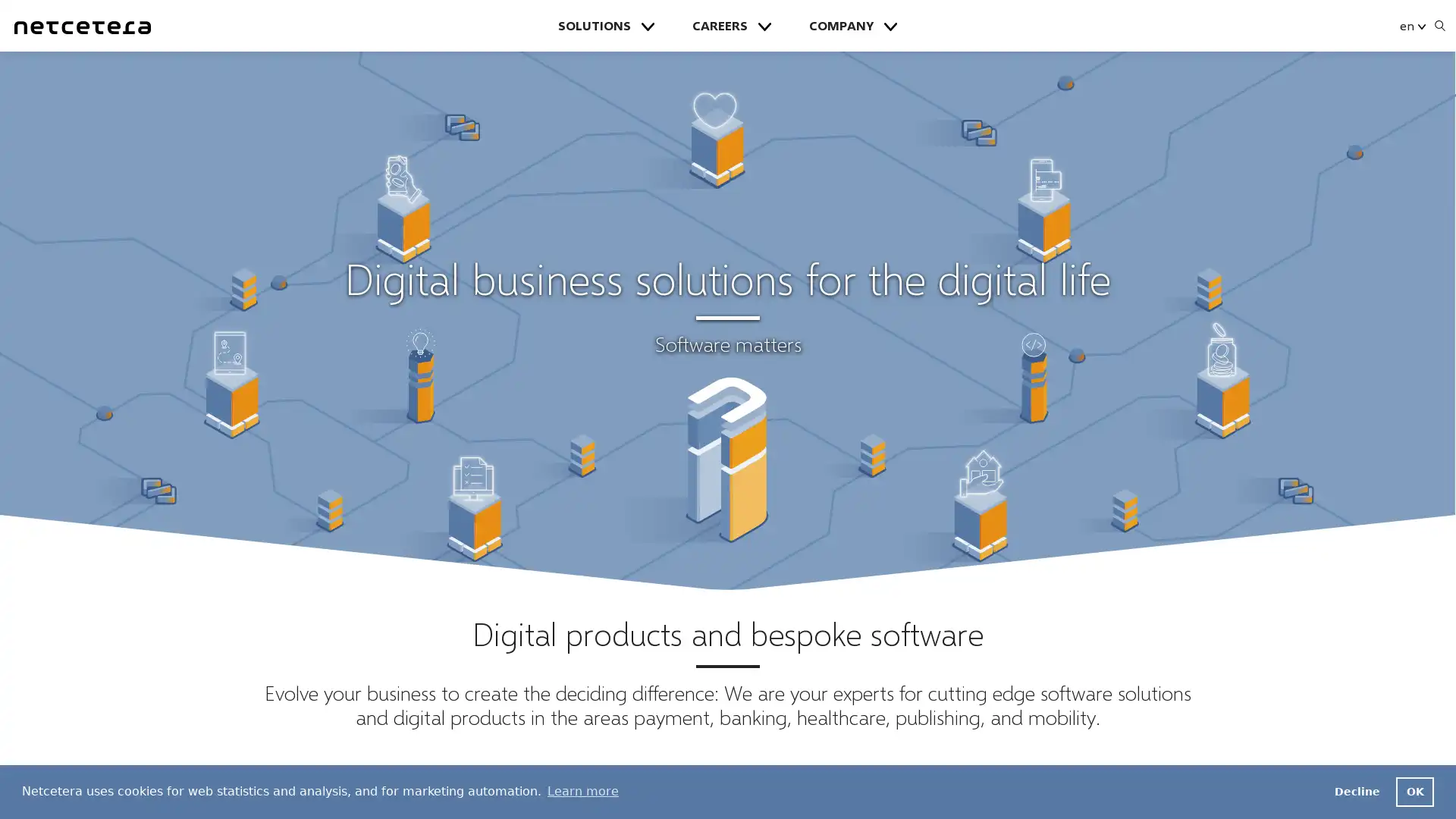 The width and height of the screenshot is (1456, 819). What do you see at coordinates (1357, 791) in the screenshot?
I see `deny cookies` at bounding box center [1357, 791].